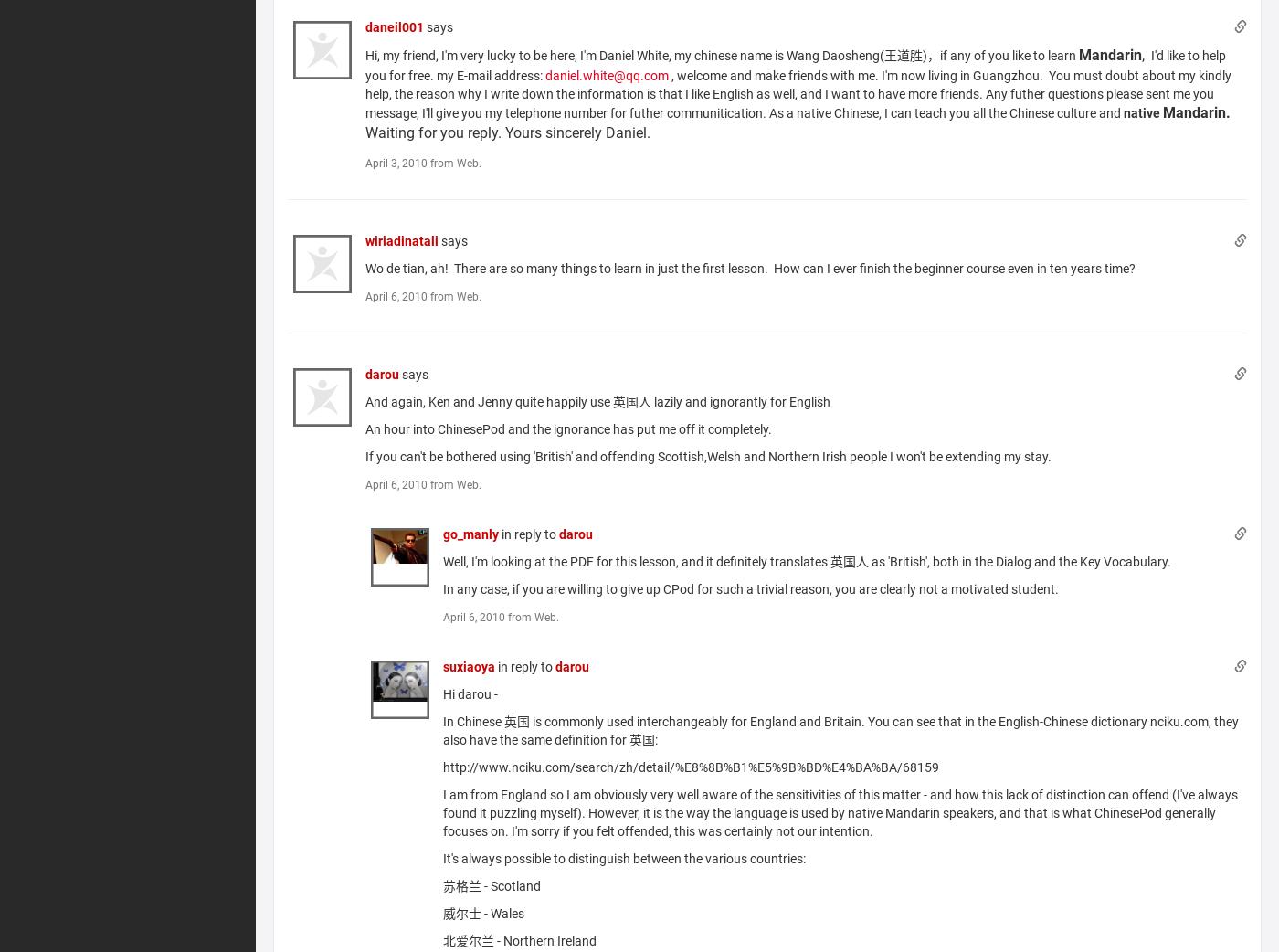 The image size is (1279, 952). What do you see at coordinates (1110, 53) in the screenshot?
I see `'Mandarin'` at bounding box center [1110, 53].